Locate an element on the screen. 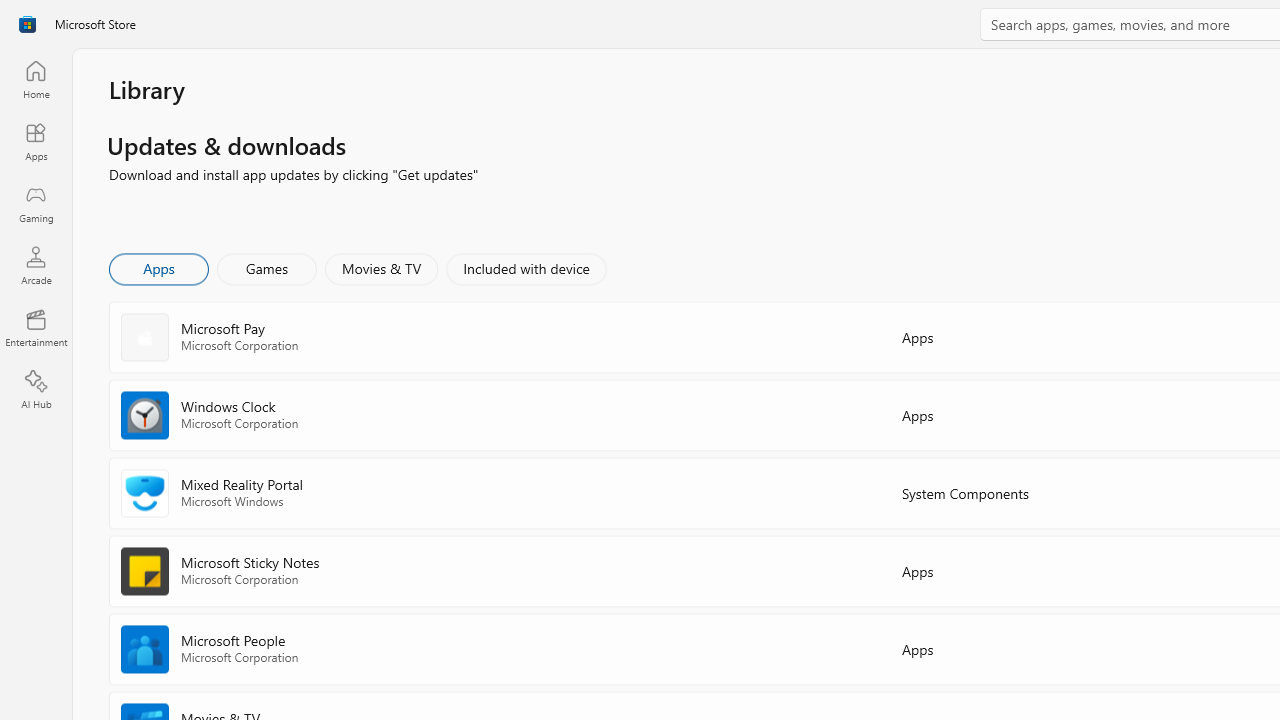 The width and height of the screenshot is (1280, 720). 'Class: Image' is located at coordinates (27, 24).